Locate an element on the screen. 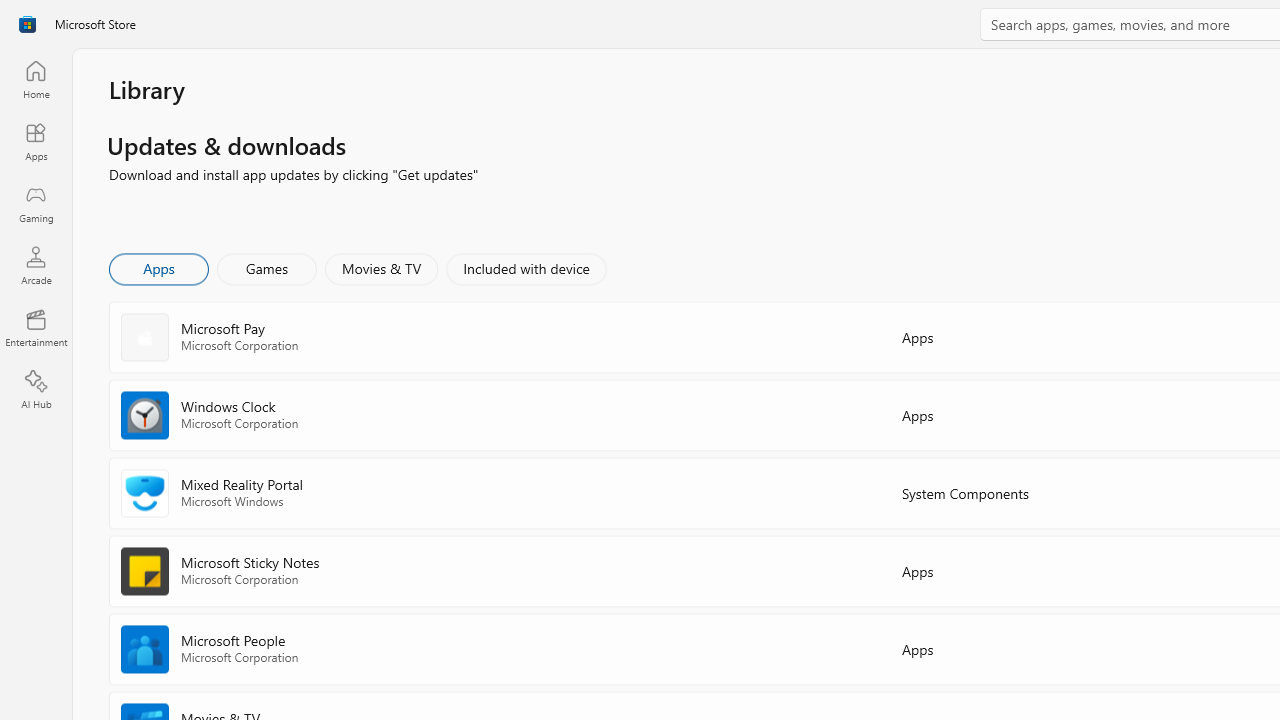 The width and height of the screenshot is (1280, 720). 'Class: Image' is located at coordinates (27, 24).